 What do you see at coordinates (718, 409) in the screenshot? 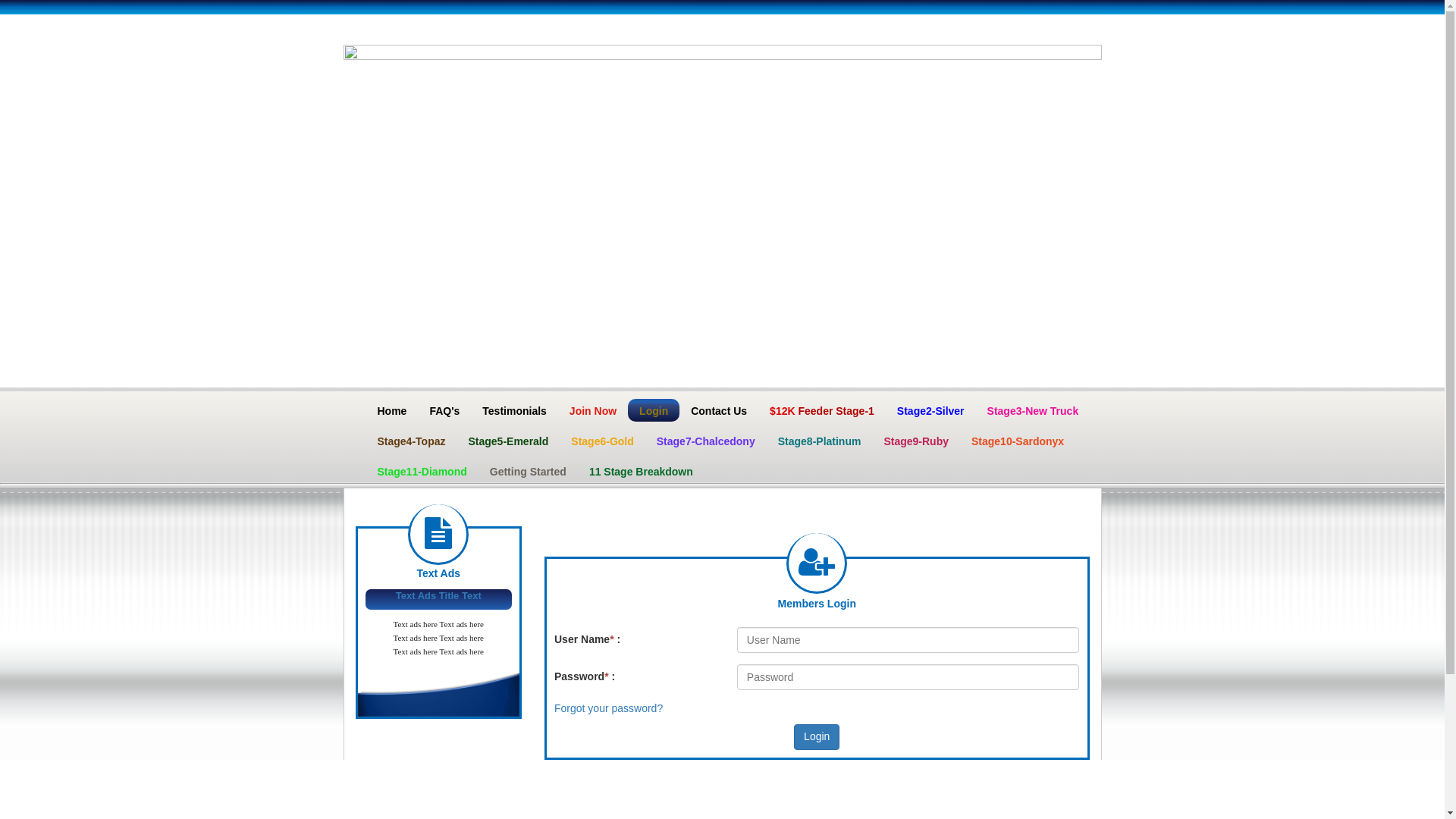
I see `'Contact Us'` at bounding box center [718, 409].